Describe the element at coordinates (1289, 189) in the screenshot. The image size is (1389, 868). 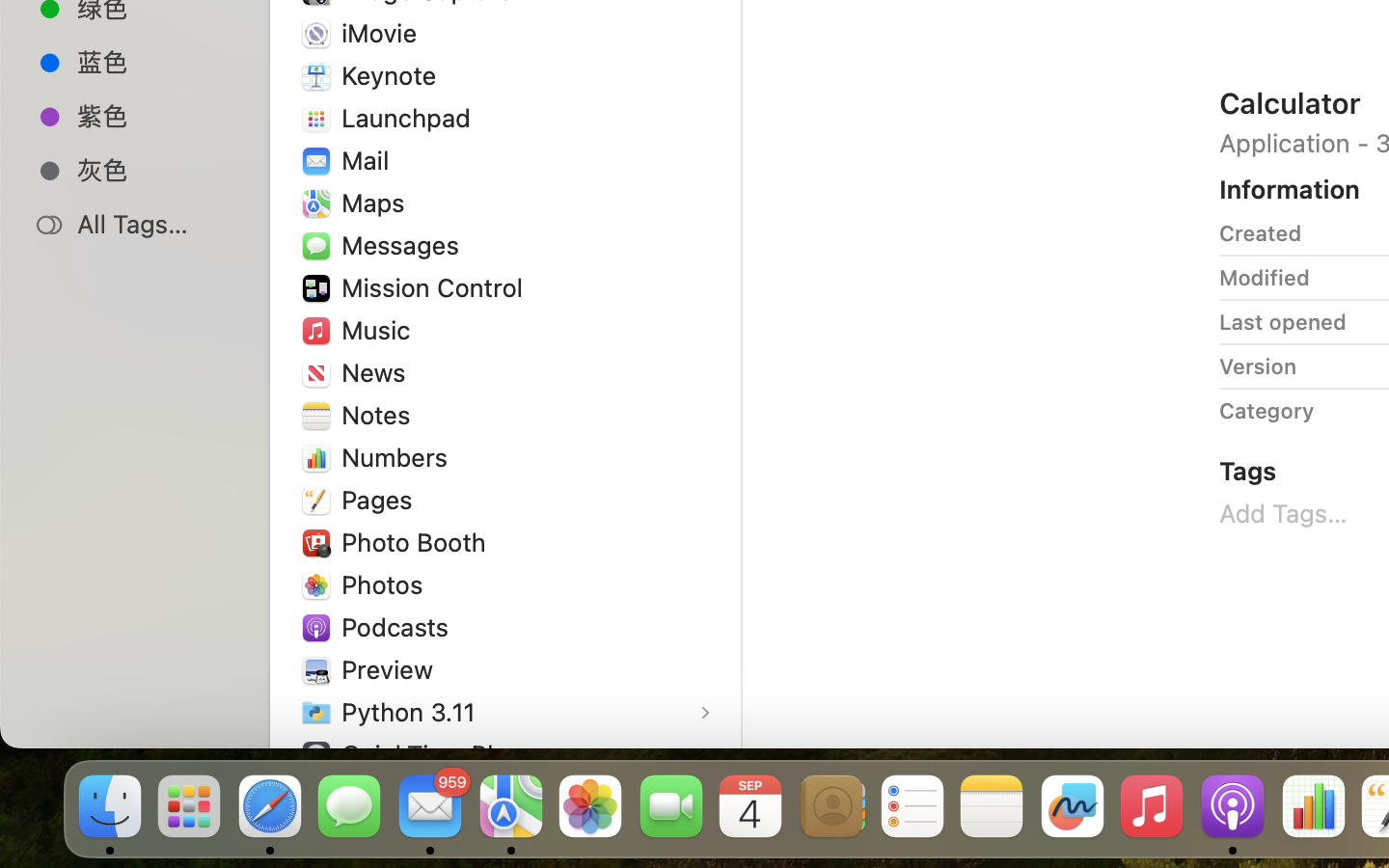
I see `'Information'` at that location.